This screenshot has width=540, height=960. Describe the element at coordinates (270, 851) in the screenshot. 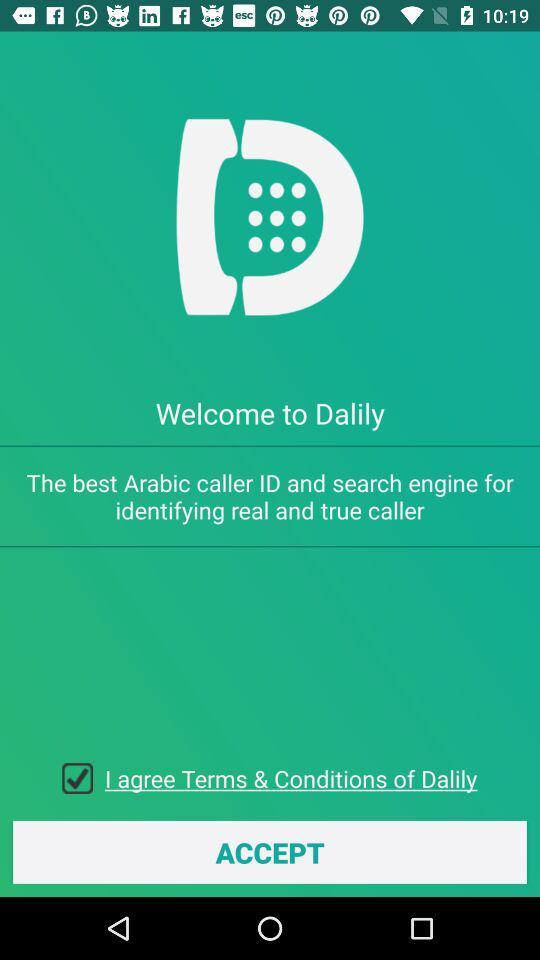

I see `accept item` at that location.